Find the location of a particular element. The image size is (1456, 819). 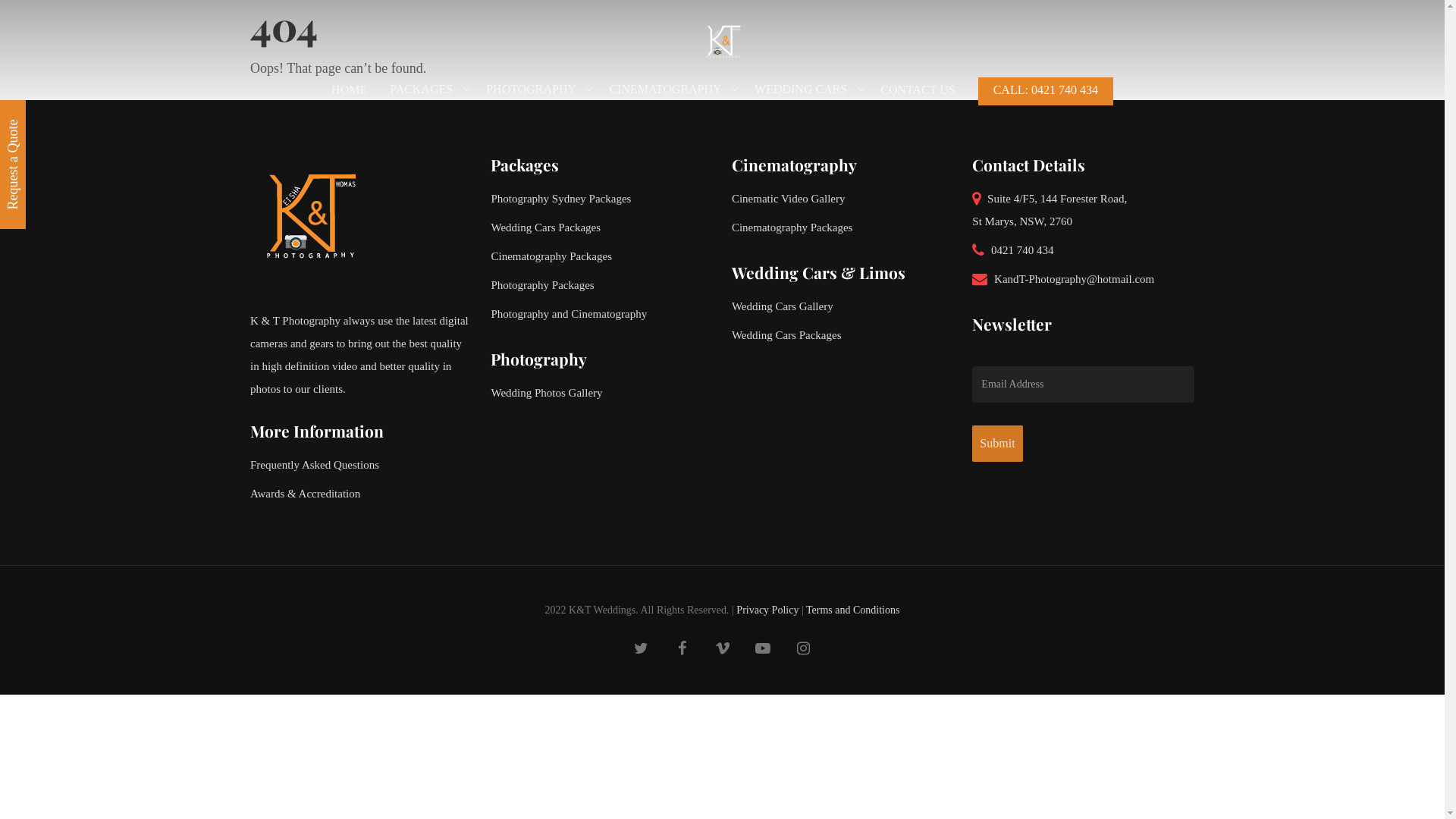

'Photography Sydney Packages' is located at coordinates (601, 198).